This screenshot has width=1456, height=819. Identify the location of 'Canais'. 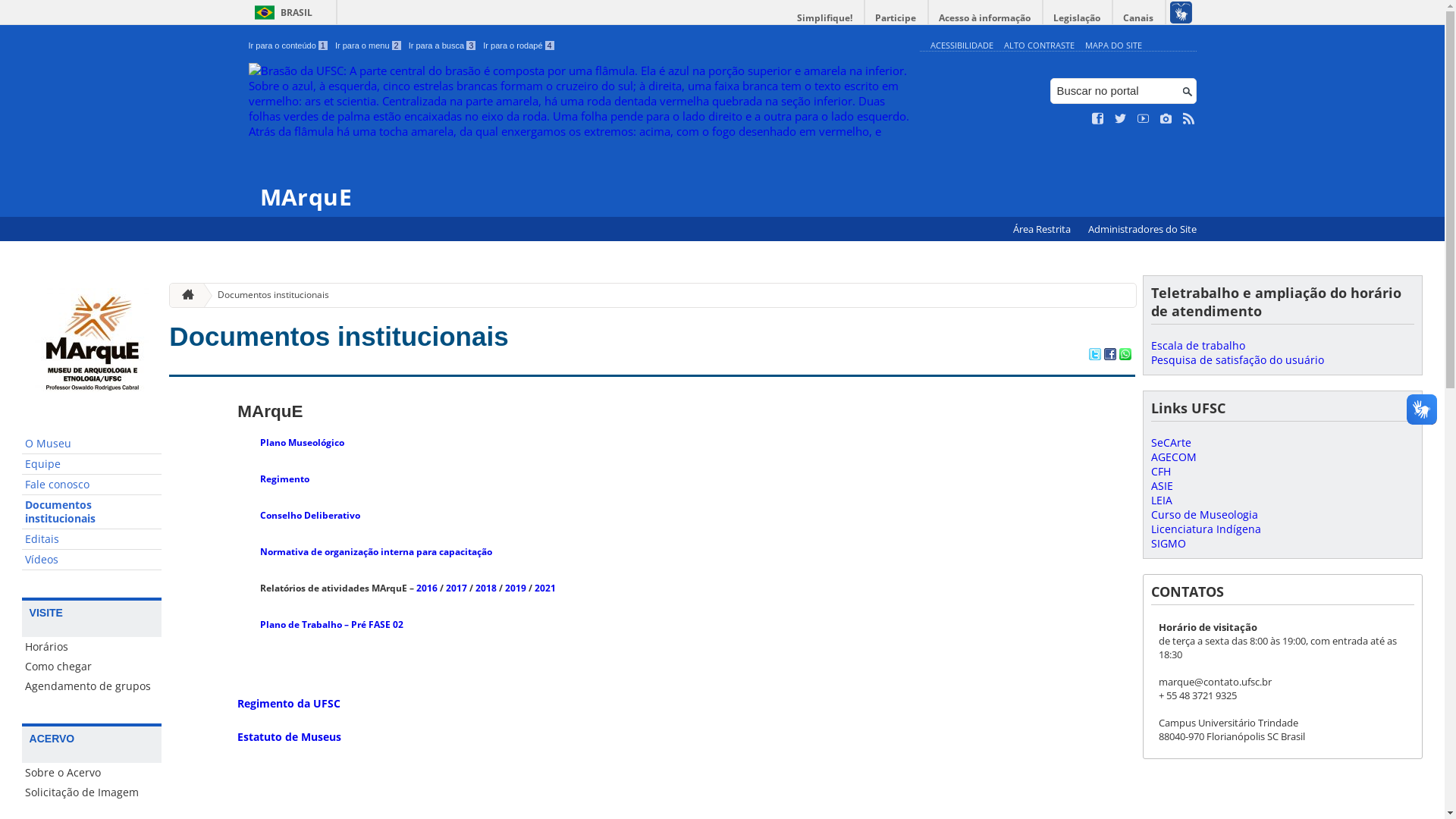
(1139, 17).